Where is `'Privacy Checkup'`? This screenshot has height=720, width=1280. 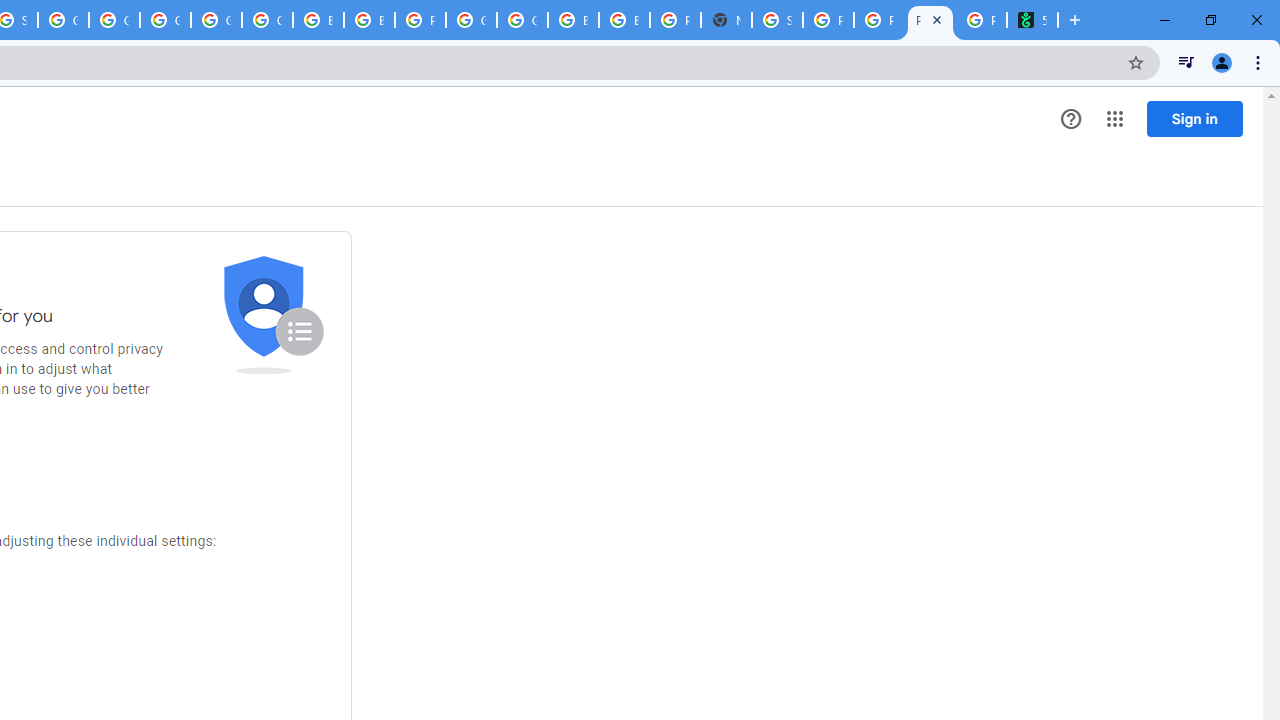 'Privacy Checkup' is located at coordinates (879, 20).